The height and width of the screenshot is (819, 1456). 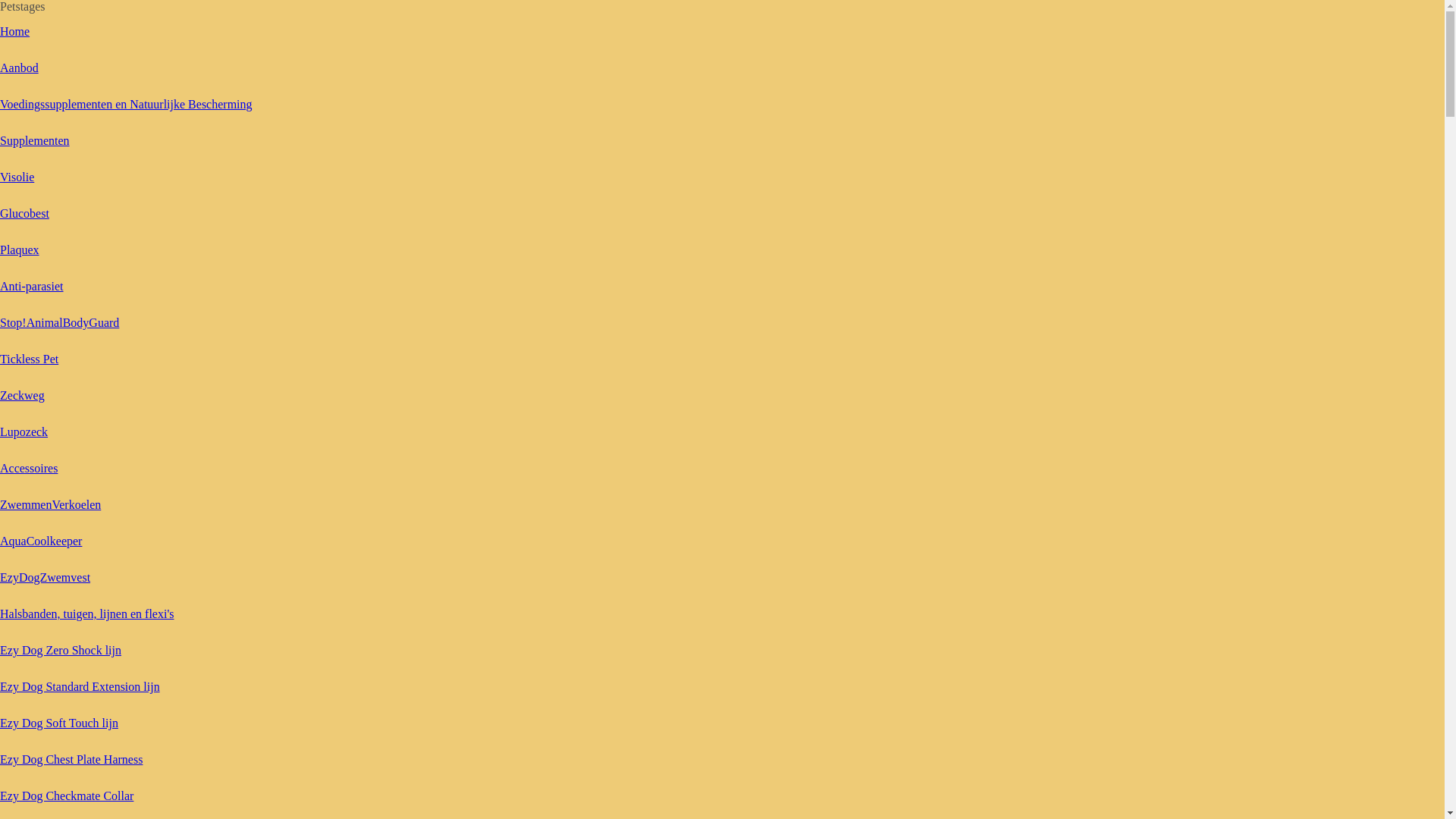 I want to click on 'Glucobest', so click(x=24, y=213).